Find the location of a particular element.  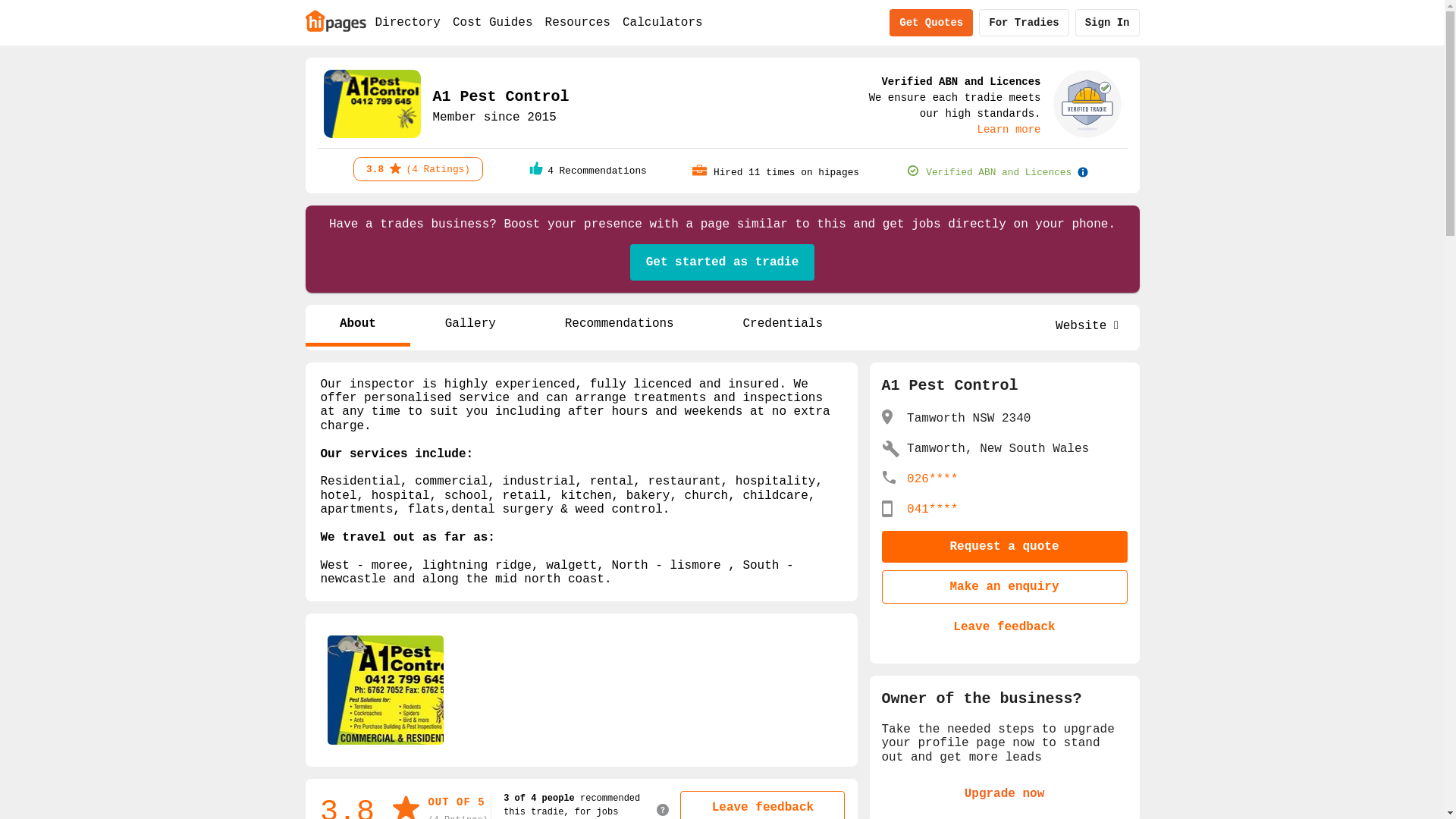

'Upgrade now' is located at coordinates (1004, 792).